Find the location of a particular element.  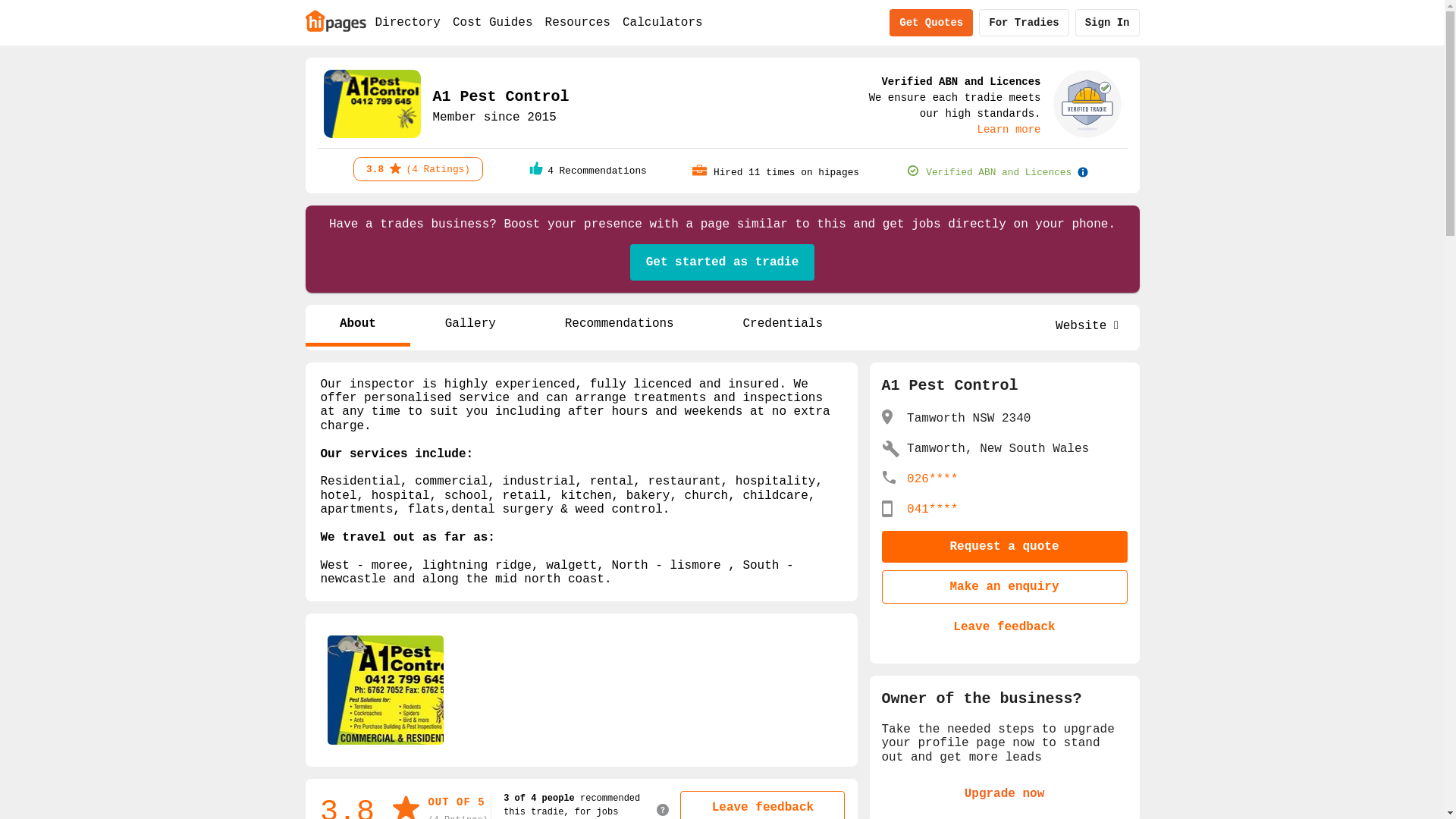

'Upgrade now' is located at coordinates (1004, 792).